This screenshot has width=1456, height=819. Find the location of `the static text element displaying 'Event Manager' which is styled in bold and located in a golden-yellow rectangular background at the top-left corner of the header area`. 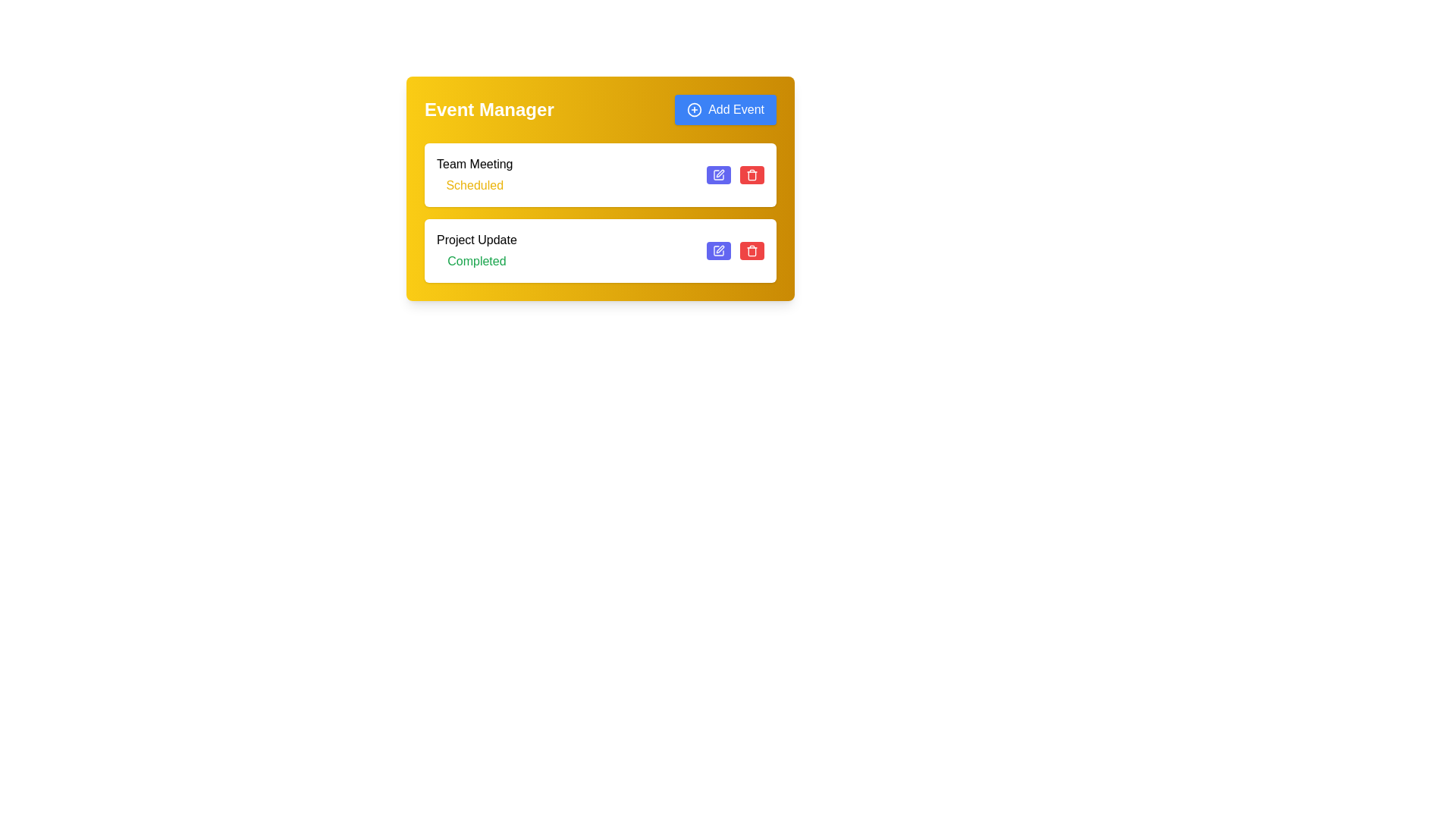

the static text element displaying 'Event Manager' which is styled in bold and located in a golden-yellow rectangular background at the top-left corner of the header area is located at coordinates (489, 109).